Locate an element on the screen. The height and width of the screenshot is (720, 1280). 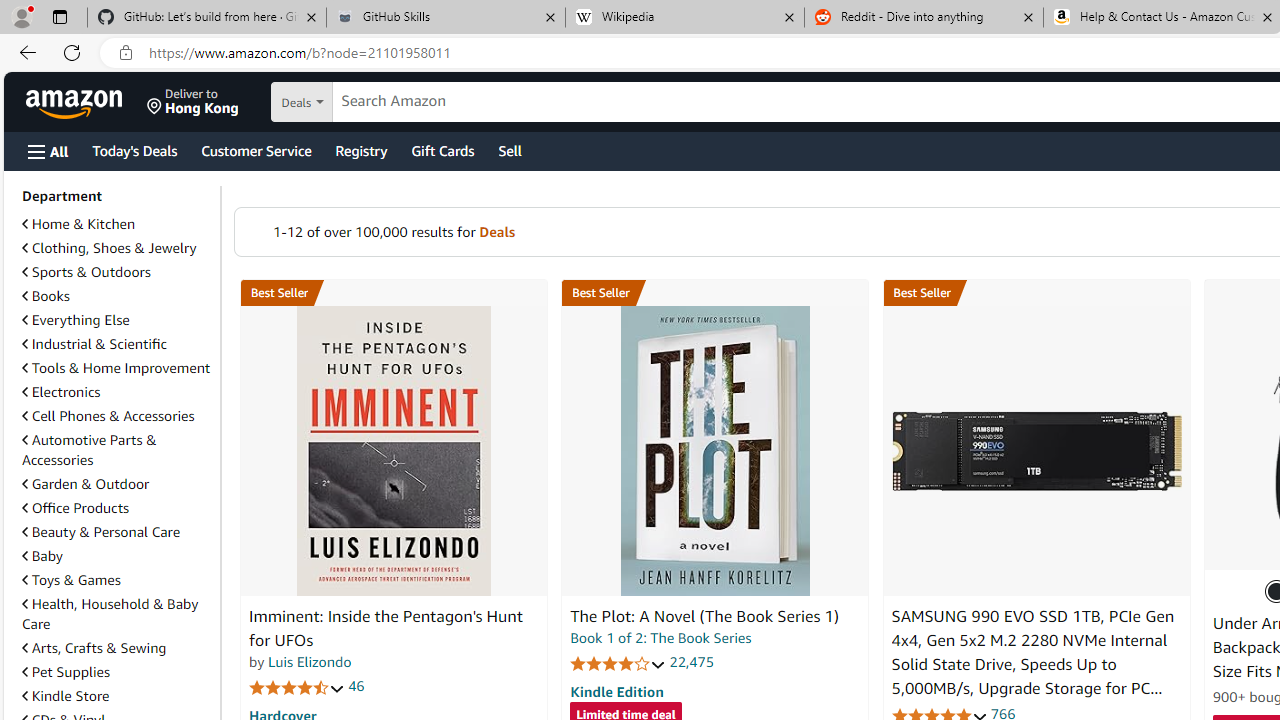
'Home & Kitchen' is located at coordinates (78, 224).